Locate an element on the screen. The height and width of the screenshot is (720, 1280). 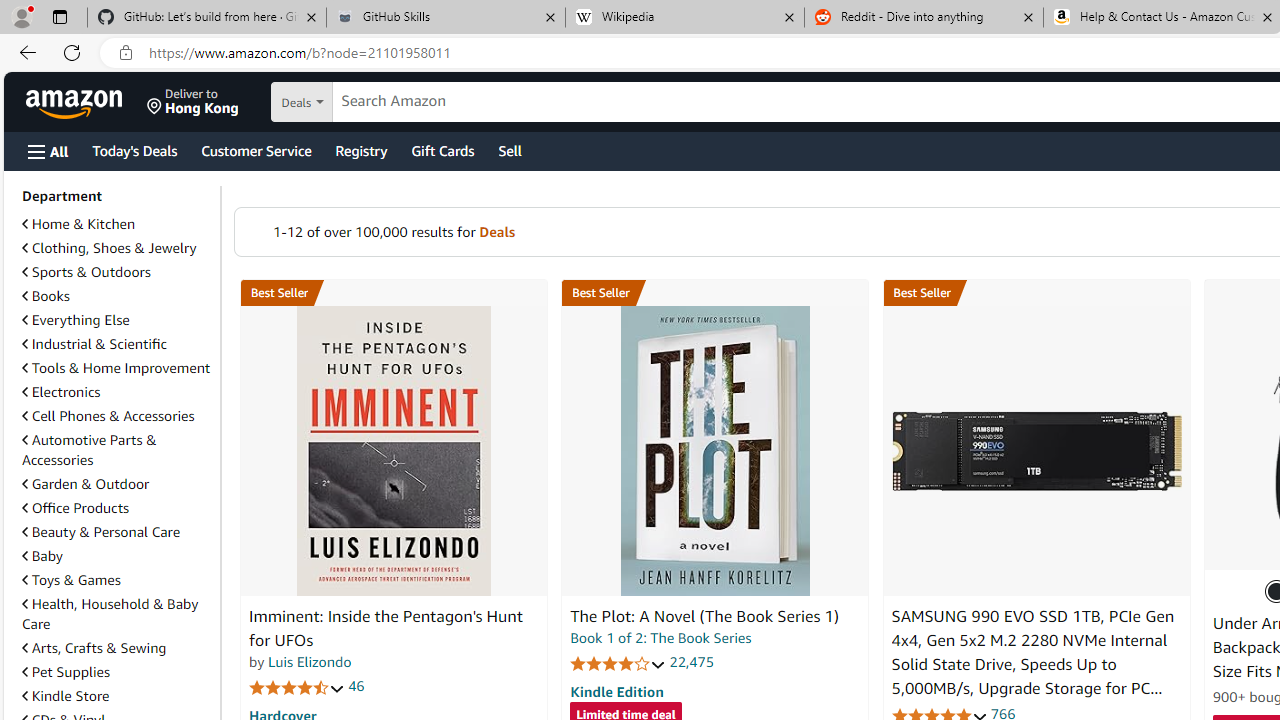
'Home & Kitchen' is located at coordinates (78, 224).